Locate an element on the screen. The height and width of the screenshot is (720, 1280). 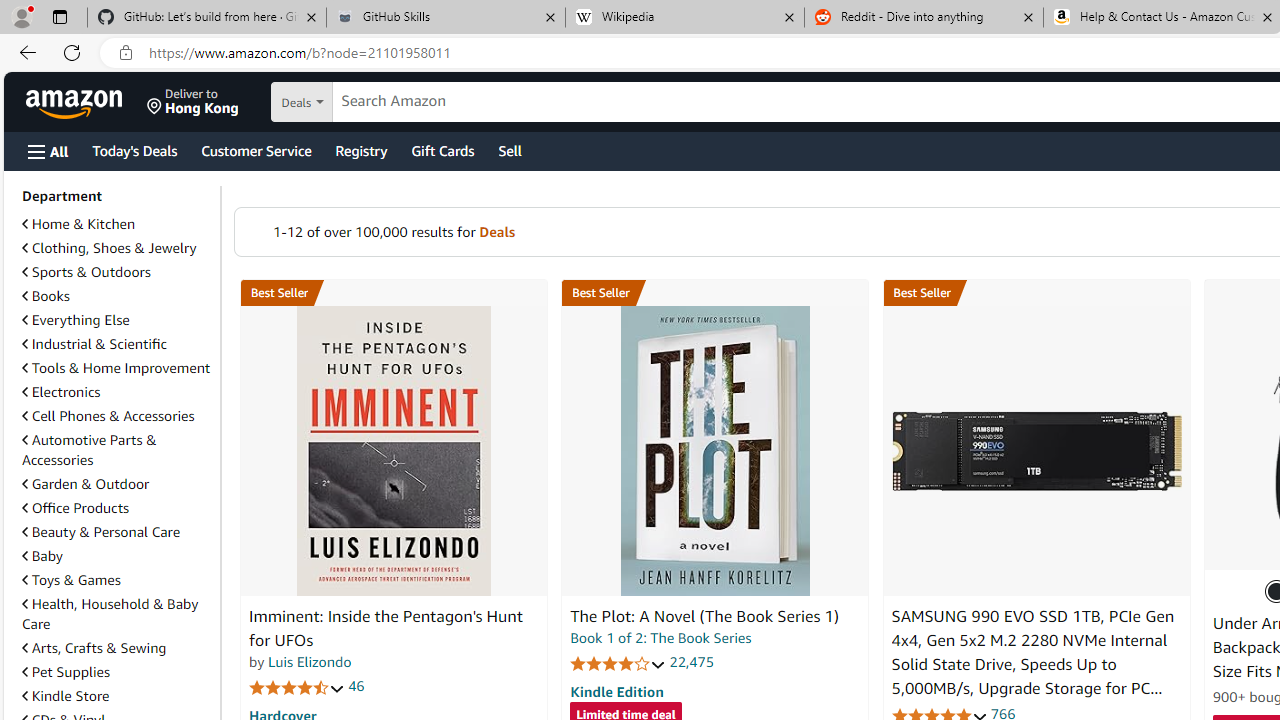
'Home & Kitchen' is located at coordinates (78, 224).